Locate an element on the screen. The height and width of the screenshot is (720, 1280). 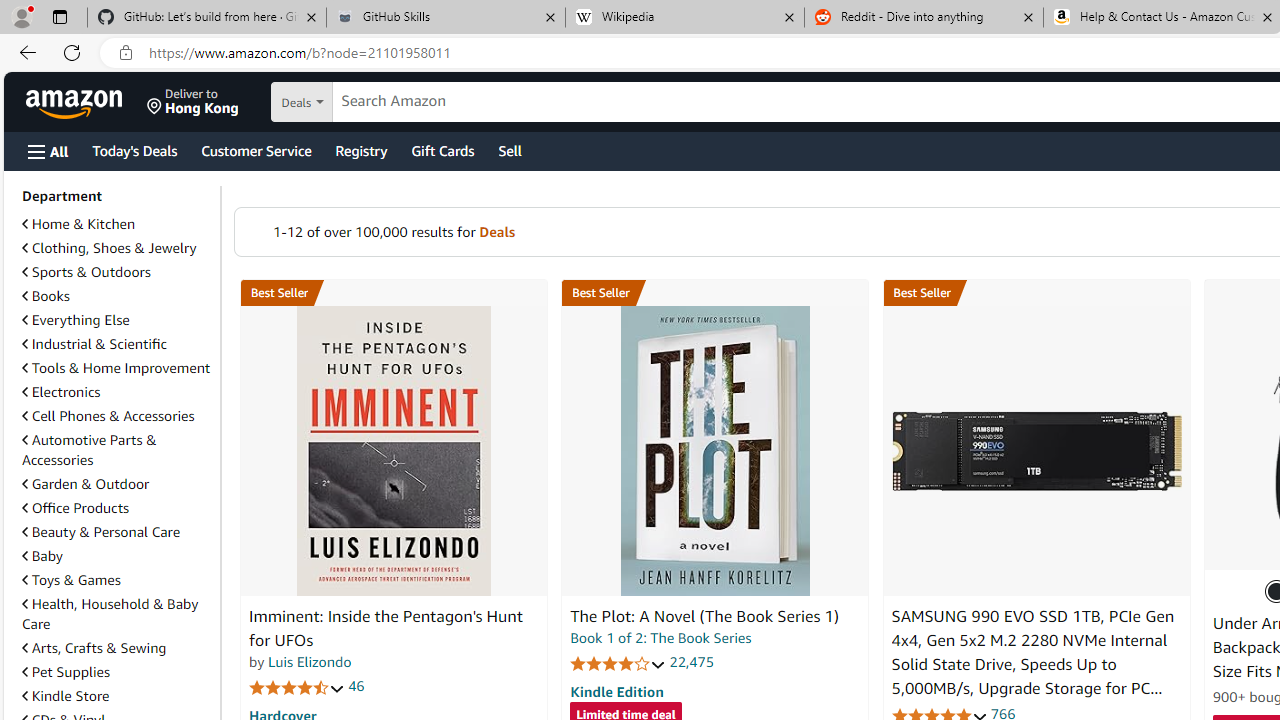
'Home & Kitchen' is located at coordinates (78, 224).